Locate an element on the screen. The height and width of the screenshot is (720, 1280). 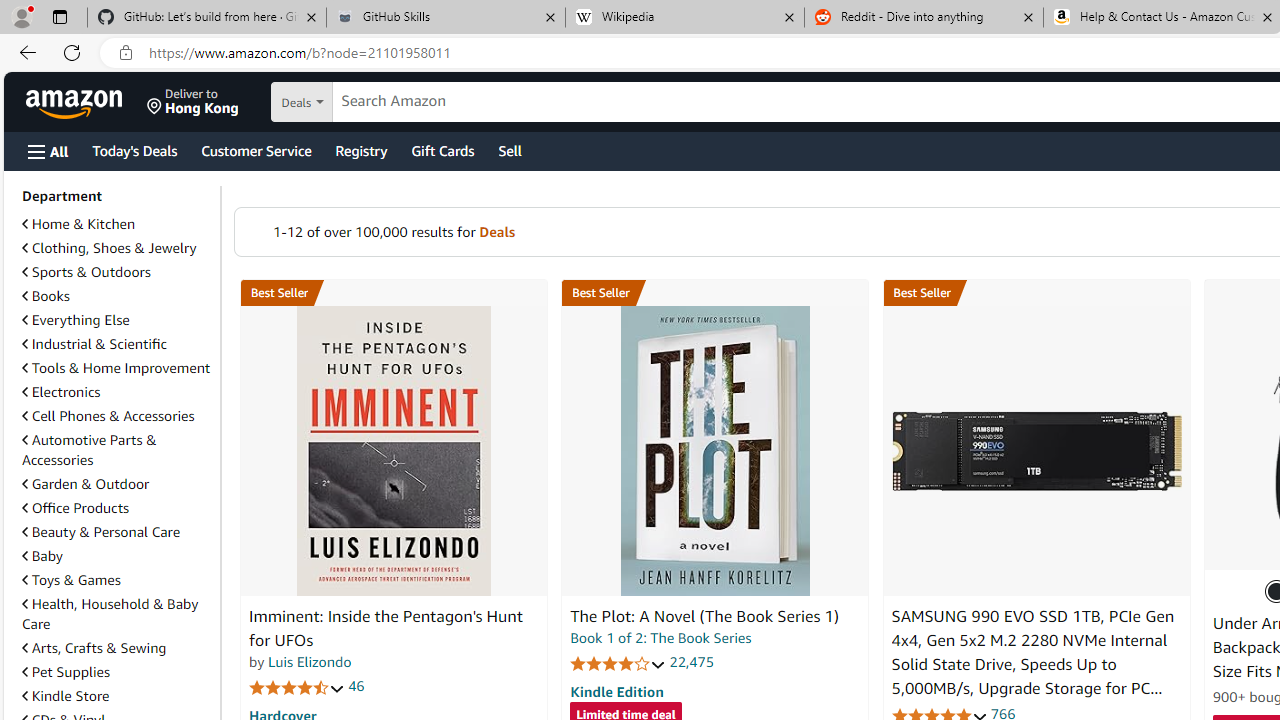
'Home & Kitchen' is located at coordinates (78, 224).